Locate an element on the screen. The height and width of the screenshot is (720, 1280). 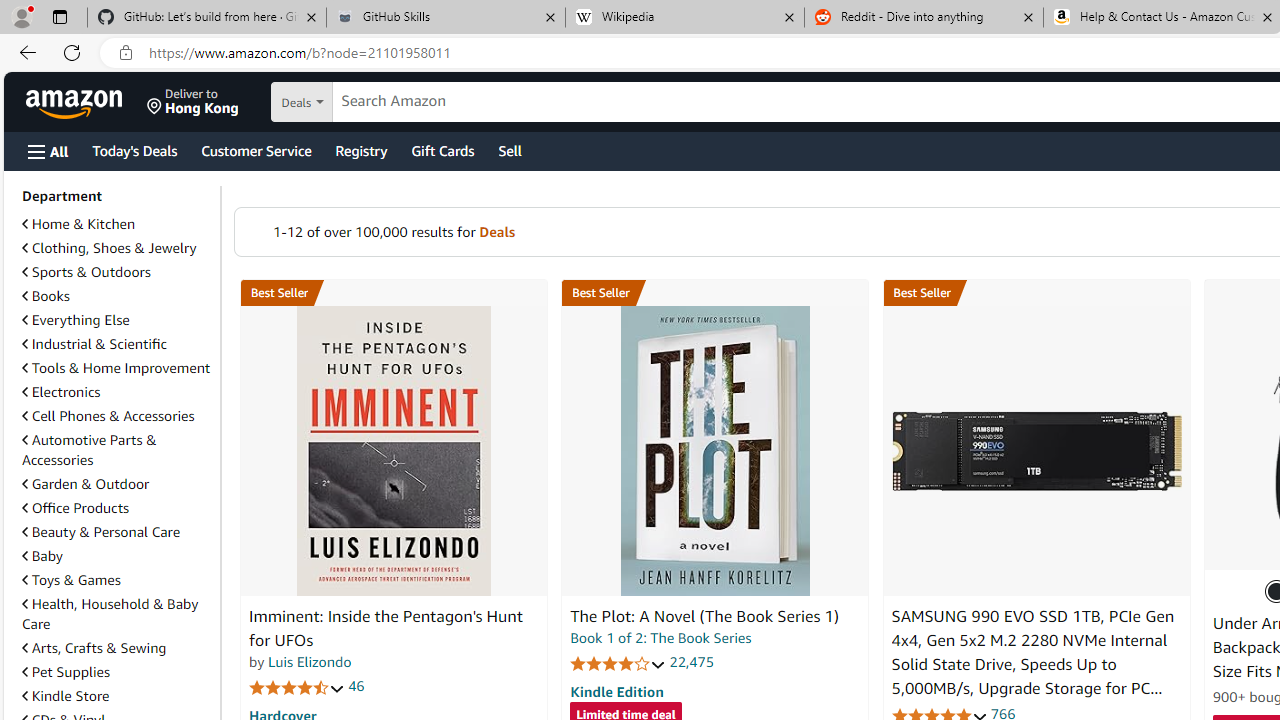
'Home & Kitchen' is located at coordinates (78, 224).